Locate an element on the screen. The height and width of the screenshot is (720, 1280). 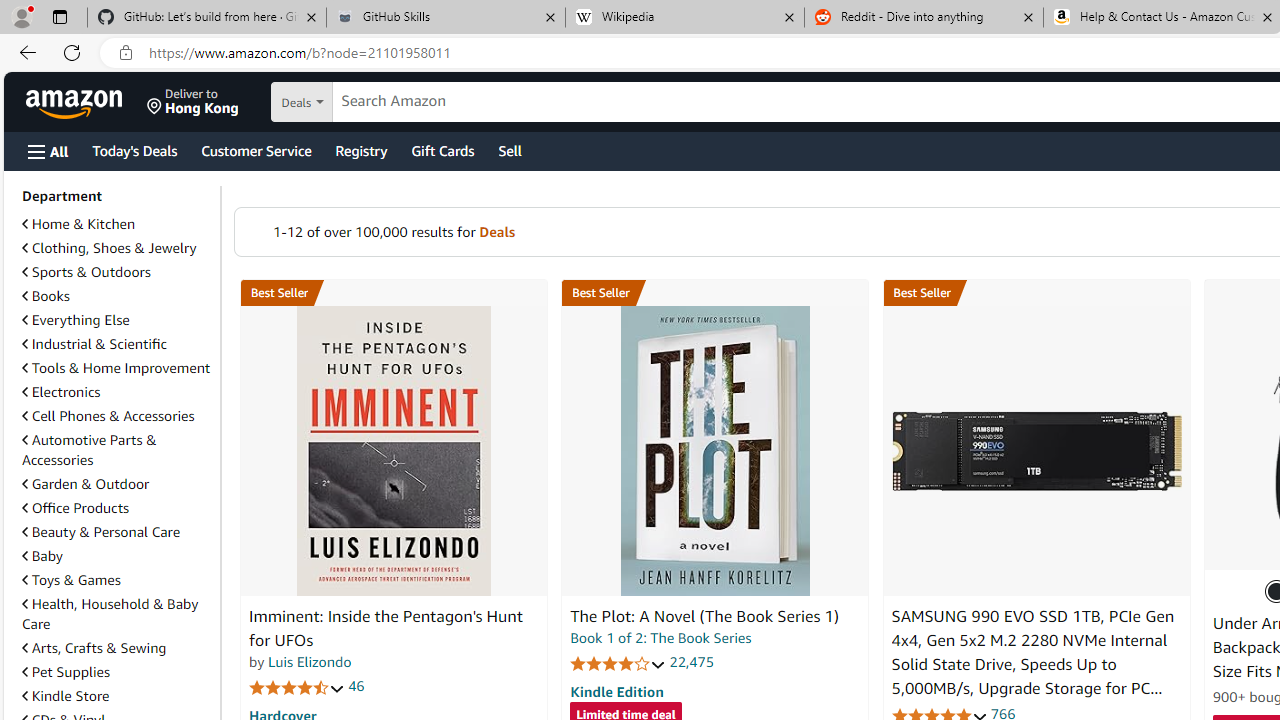
'Home & Kitchen' is located at coordinates (78, 224).